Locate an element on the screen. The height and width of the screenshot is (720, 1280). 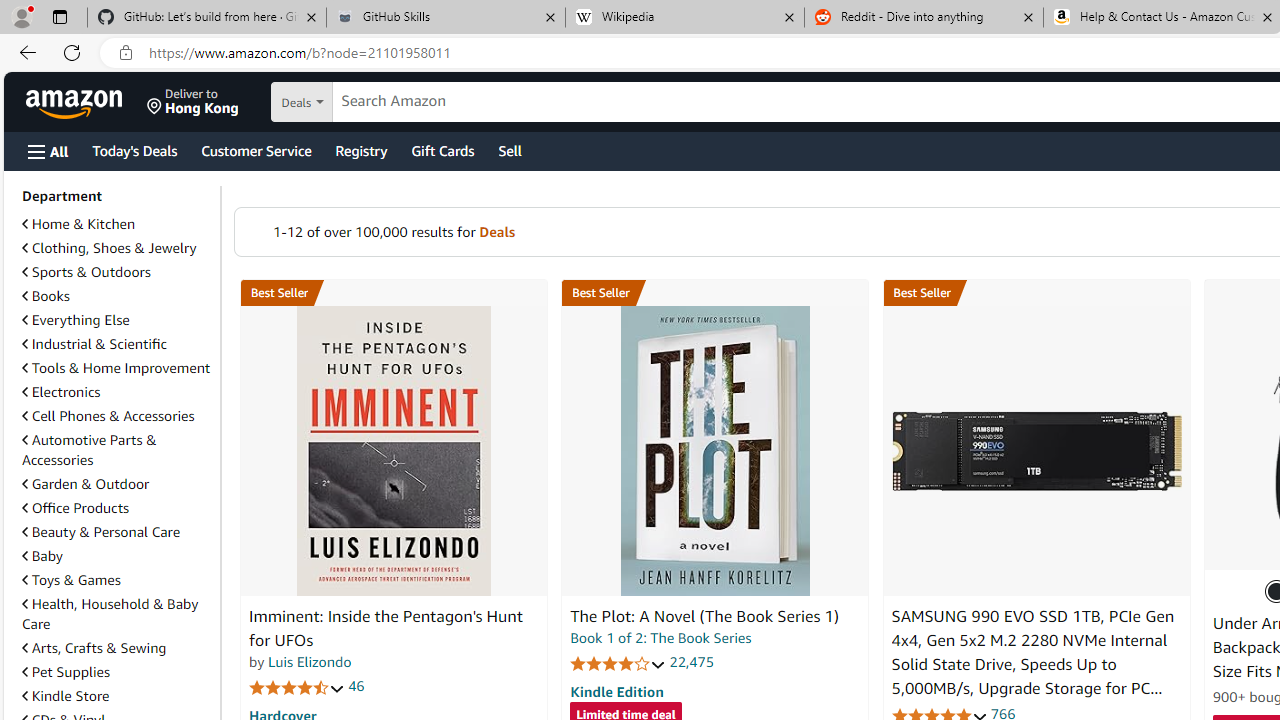
'Home & Kitchen' is located at coordinates (78, 224).